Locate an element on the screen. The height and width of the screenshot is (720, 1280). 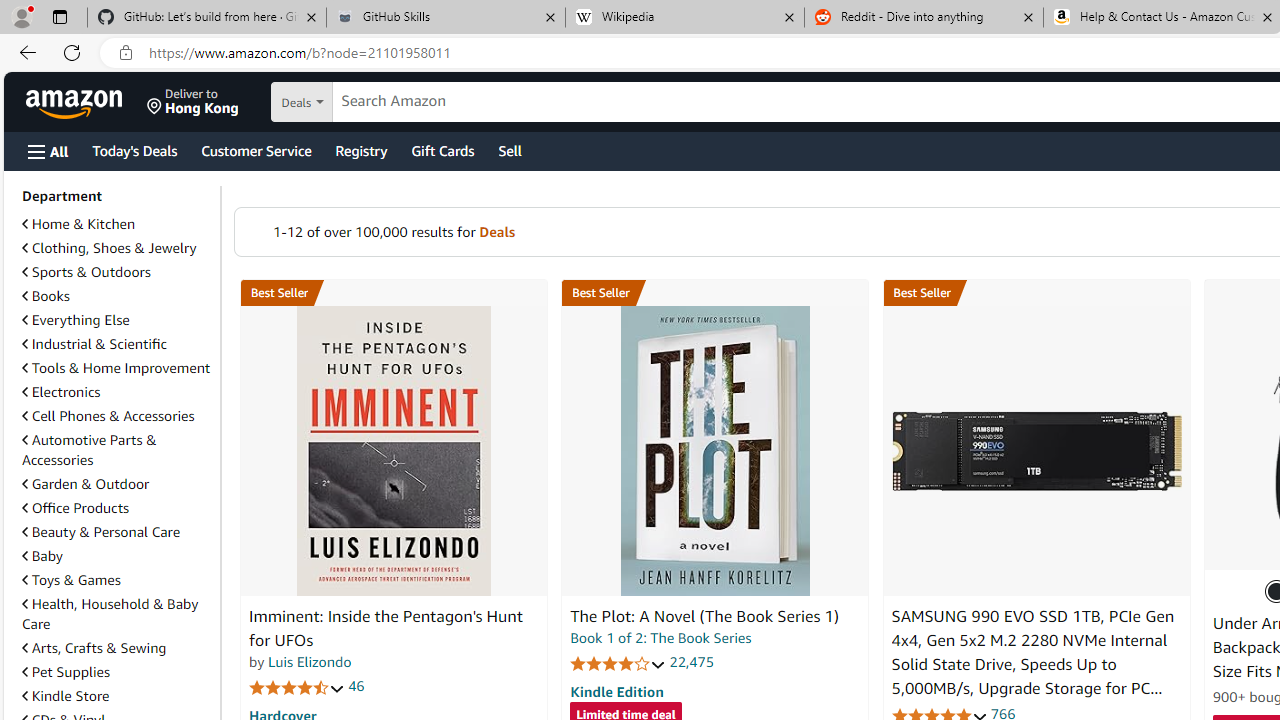
'Home & Kitchen' is located at coordinates (78, 224).